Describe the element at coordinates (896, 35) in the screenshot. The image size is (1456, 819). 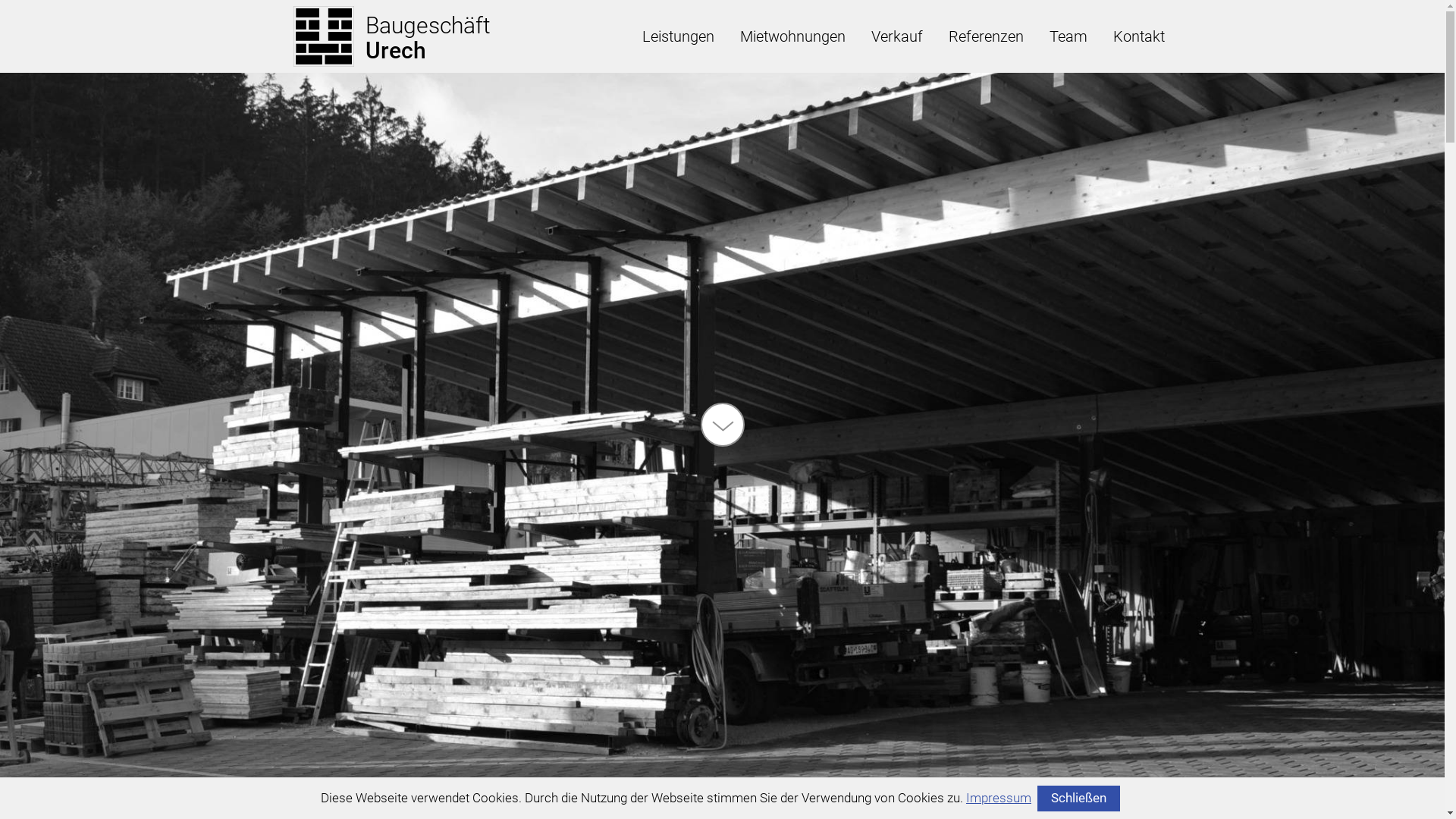
I see `'Verkauf'` at that location.